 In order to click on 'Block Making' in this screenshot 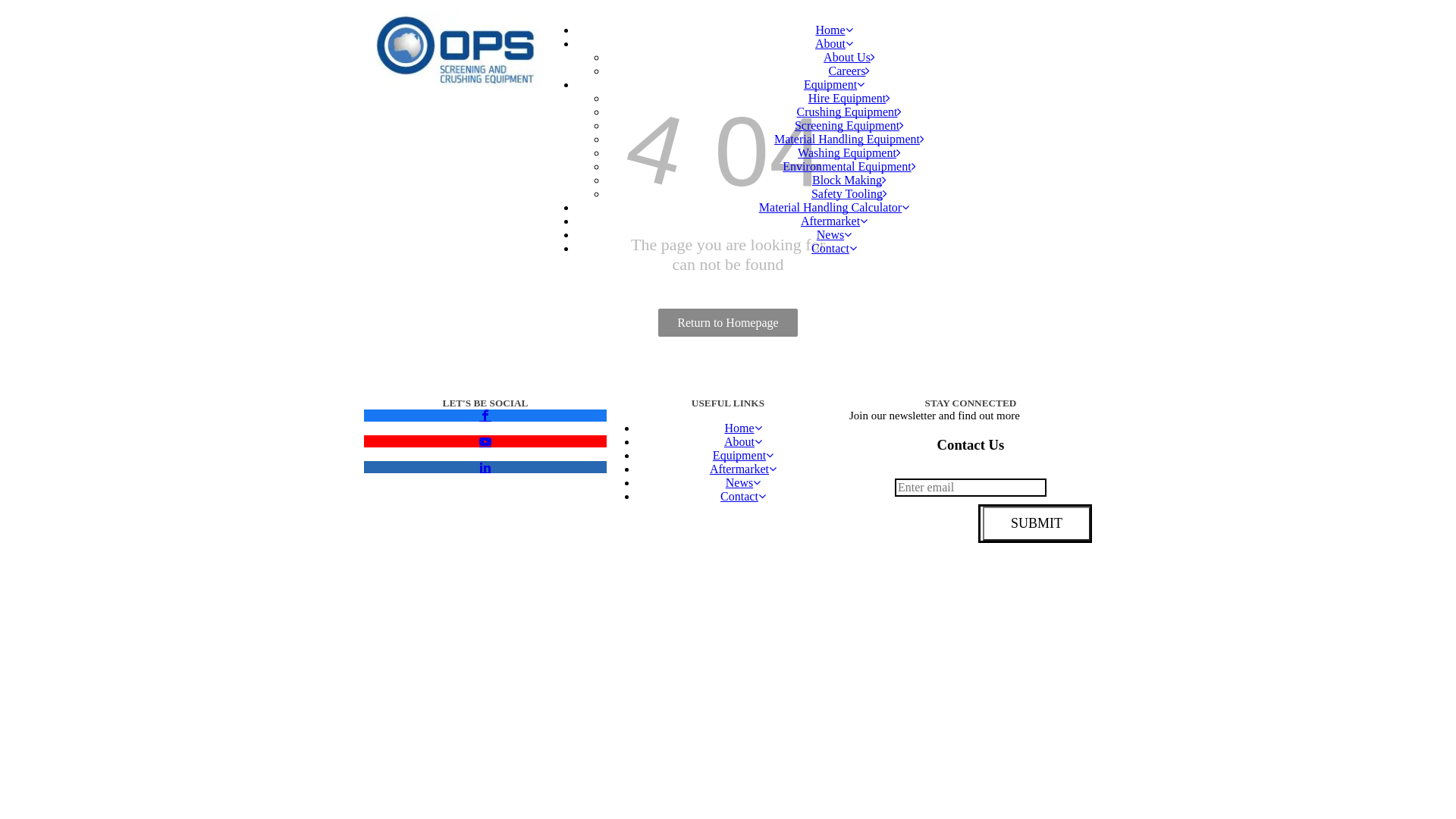, I will do `click(848, 179)`.